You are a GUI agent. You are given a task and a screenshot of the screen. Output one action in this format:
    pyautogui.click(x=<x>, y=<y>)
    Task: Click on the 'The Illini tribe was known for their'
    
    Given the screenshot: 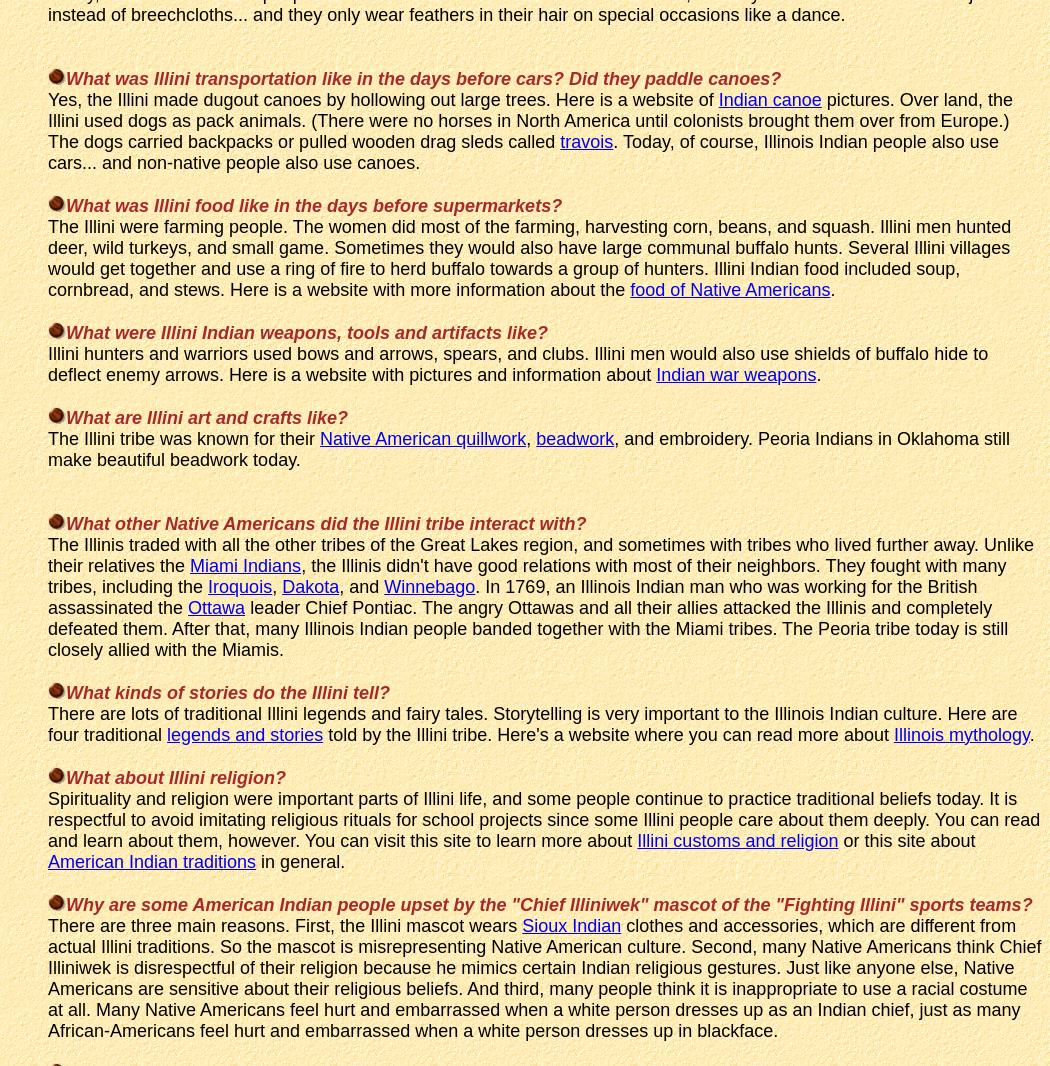 What is the action you would take?
    pyautogui.click(x=183, y=438)
    